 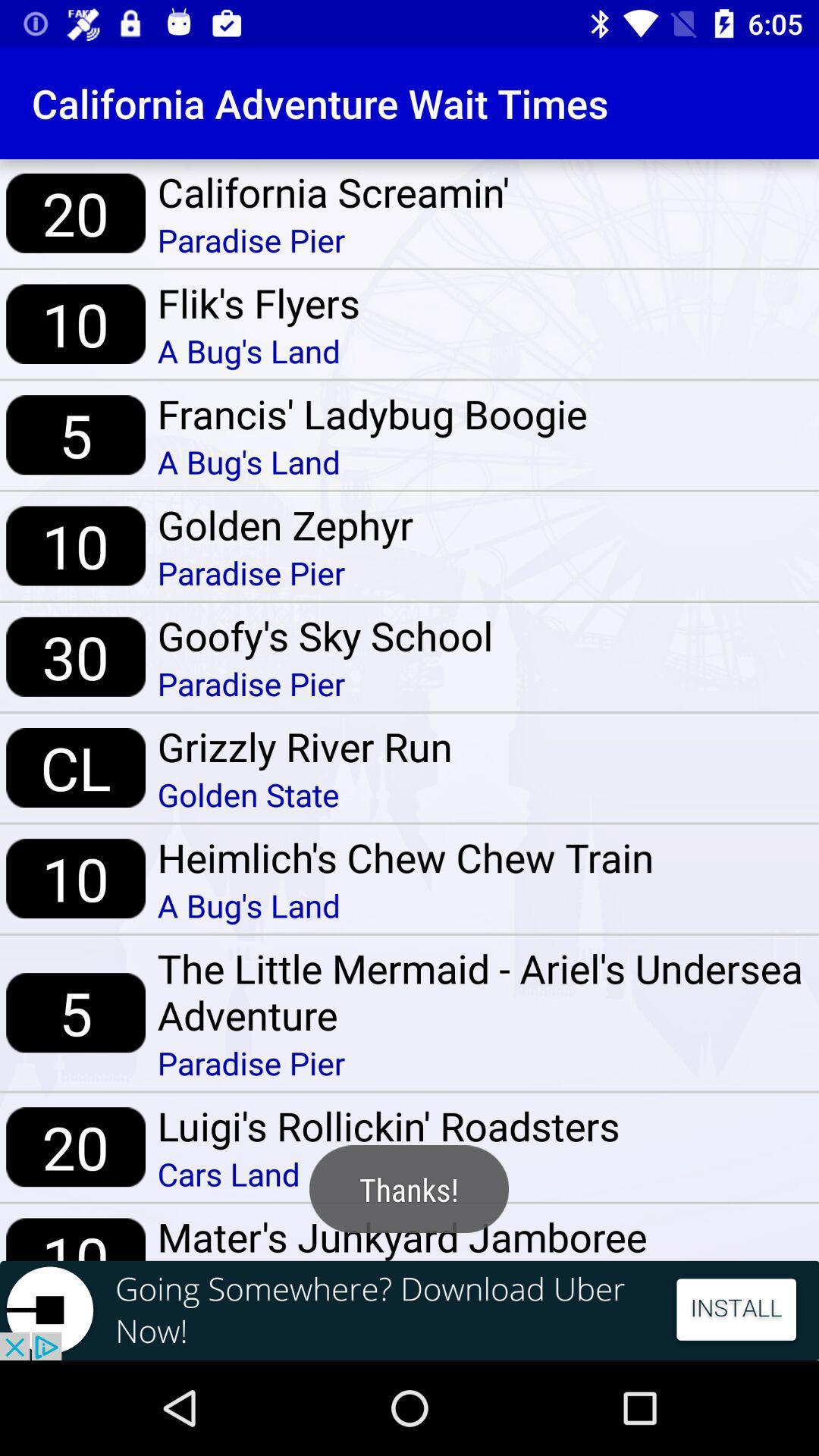 I want to click on item next to the 5, so click(x=482, y=991).